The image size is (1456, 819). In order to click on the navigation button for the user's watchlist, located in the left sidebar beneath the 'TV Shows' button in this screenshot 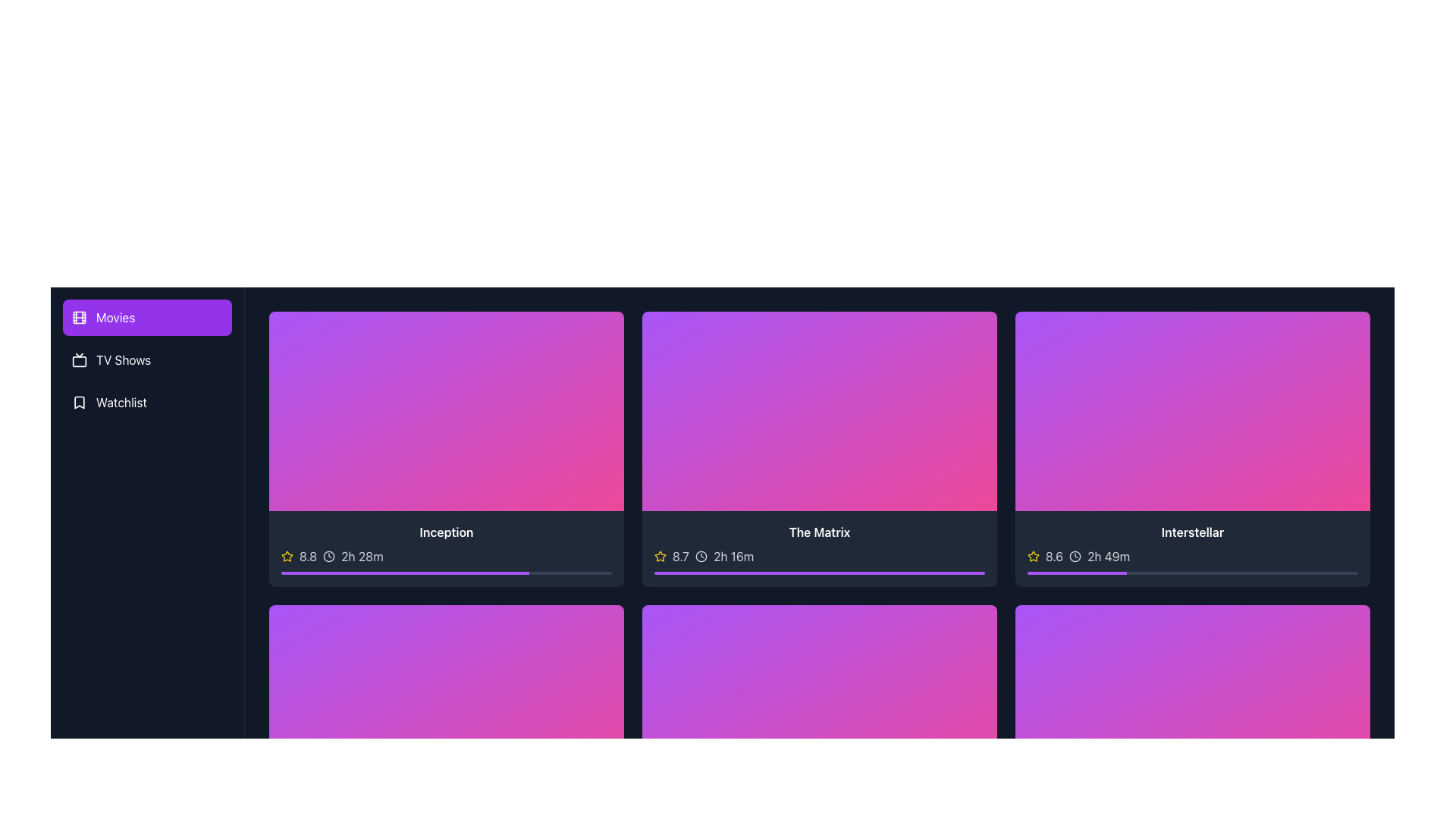, I will do `click(147, 402)`.